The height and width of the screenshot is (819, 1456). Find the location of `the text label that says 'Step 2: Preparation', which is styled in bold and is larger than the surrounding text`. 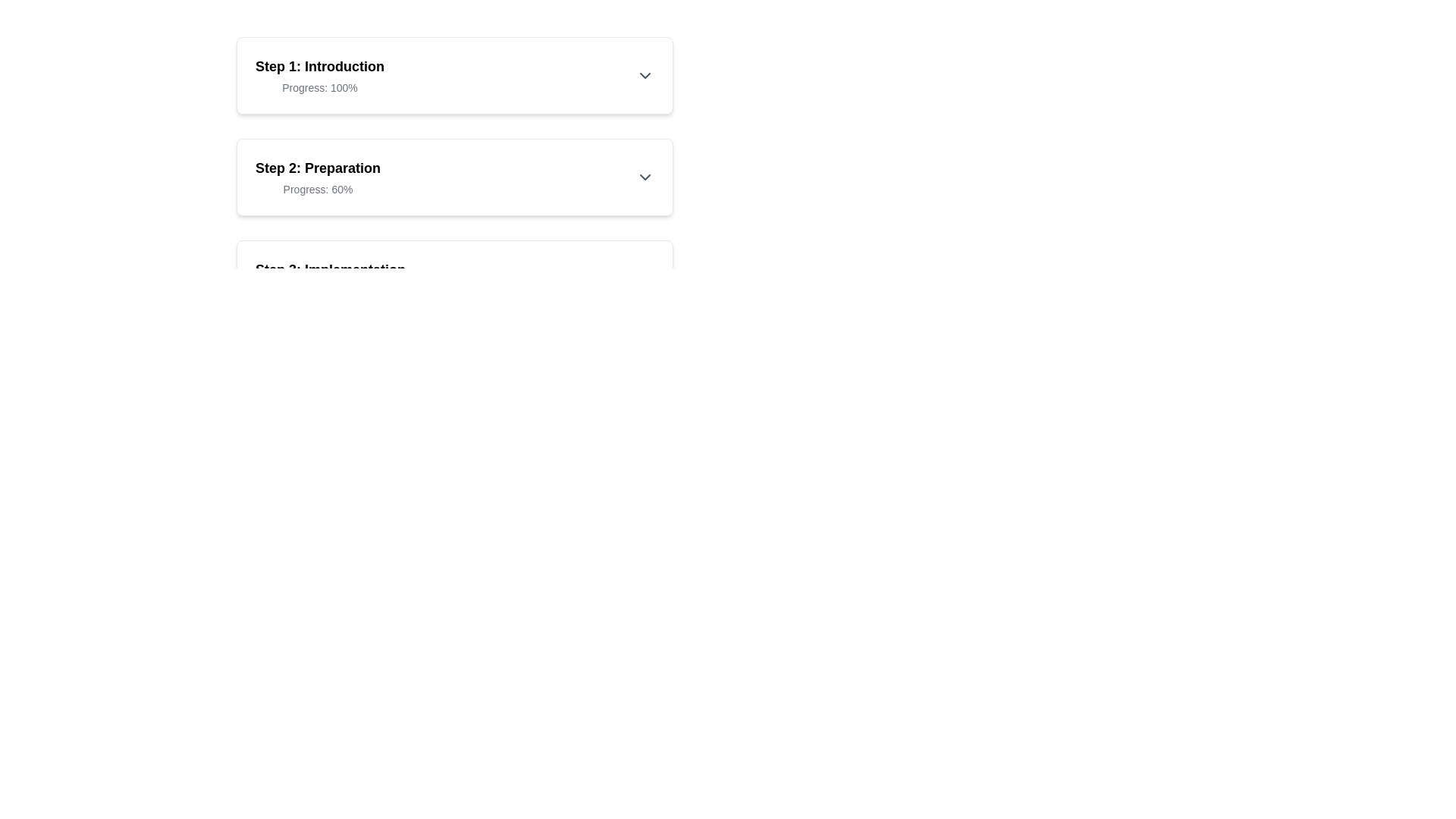

the text label that says 'Step 2: Preparation', which is styled in bold and is larger than the surrounding text is located at coordinates (317, 168).